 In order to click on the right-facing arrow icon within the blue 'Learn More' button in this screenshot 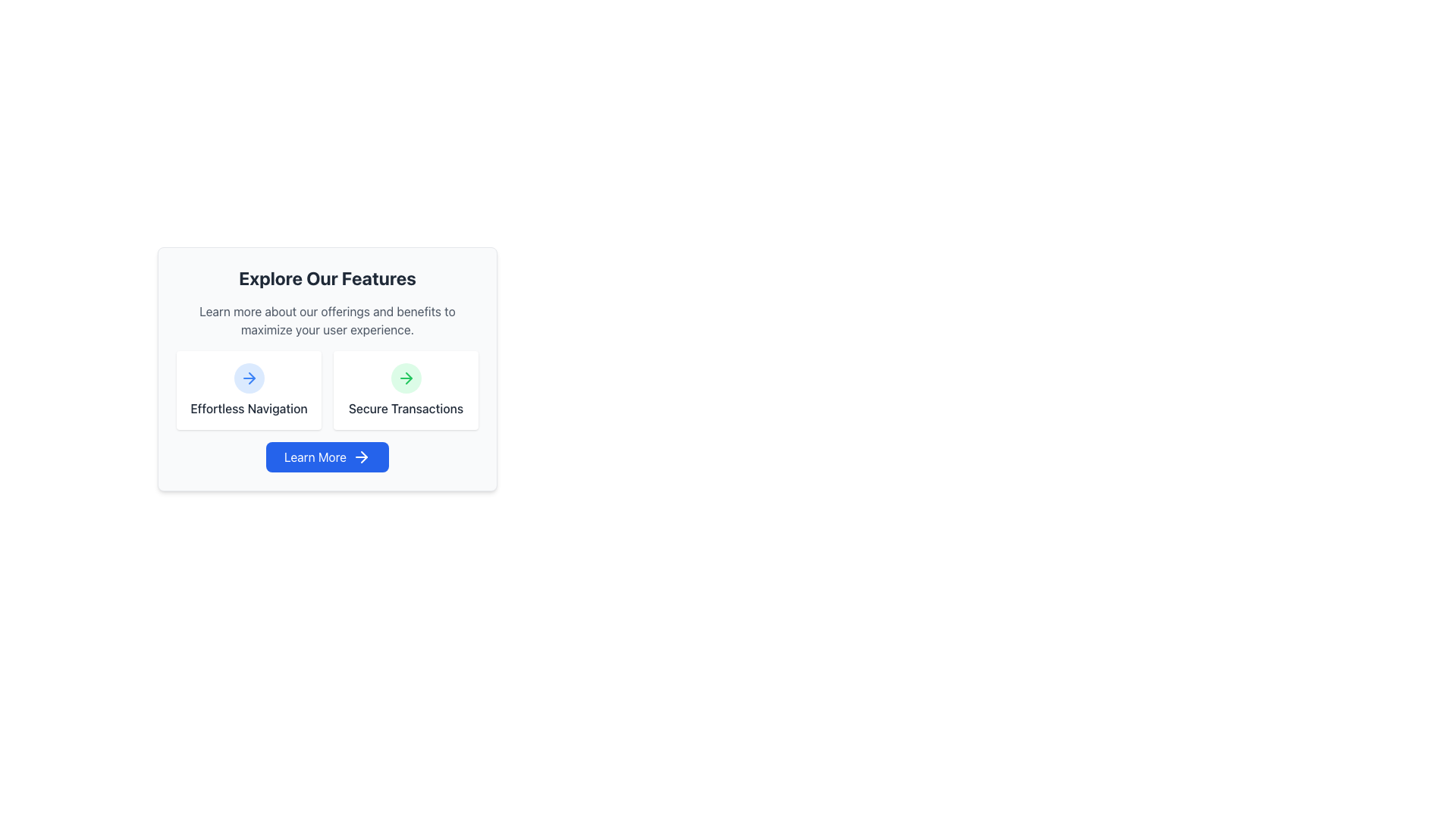, I will do `click(361, 456)`.